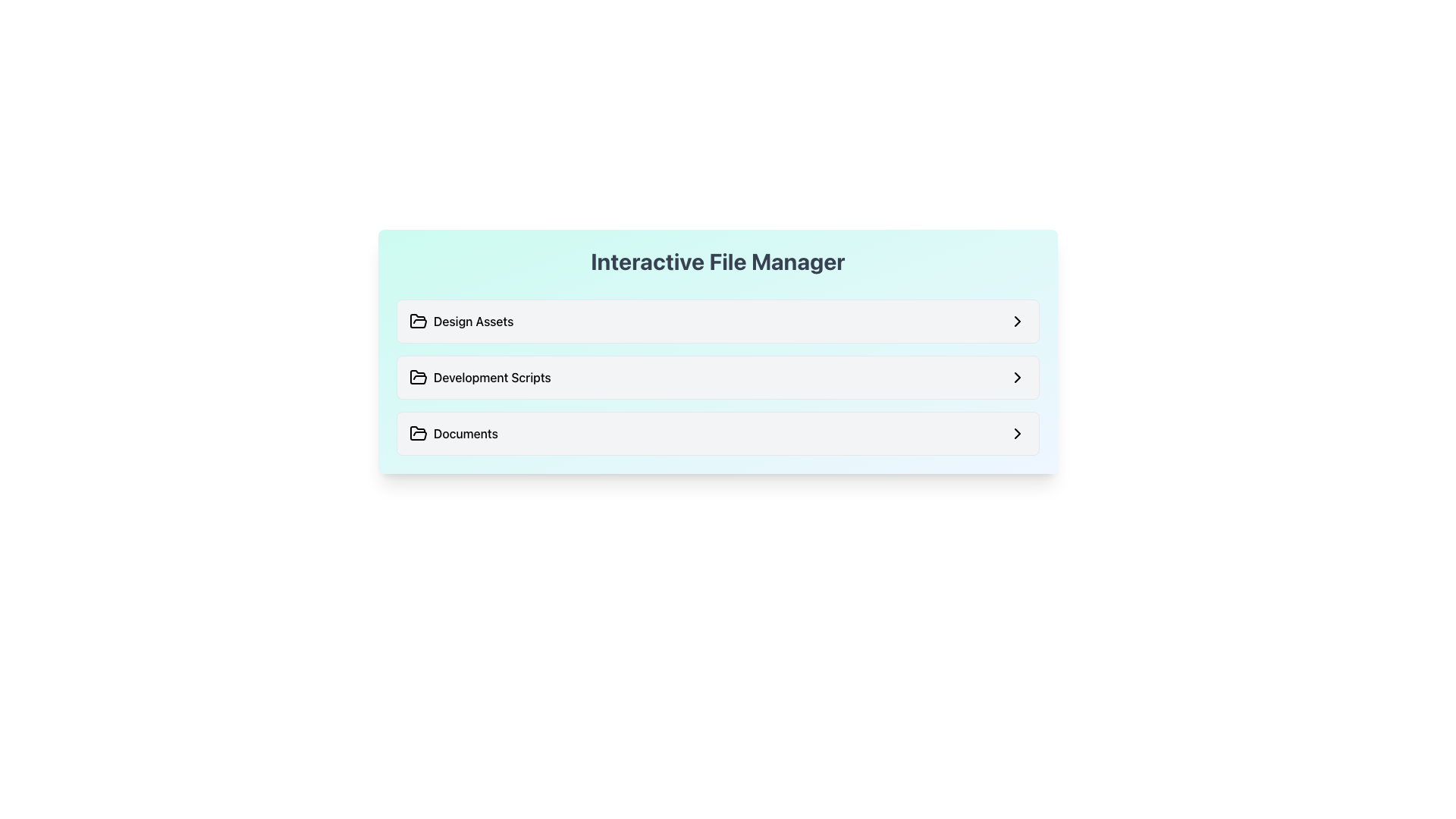 This screenshot has width=1456, height=819. Describe the element at coordinates (419, 433) in the screenshot. I see `the open folder icon representing the 'Documents' folder, located to the left of its textual label` at that location.